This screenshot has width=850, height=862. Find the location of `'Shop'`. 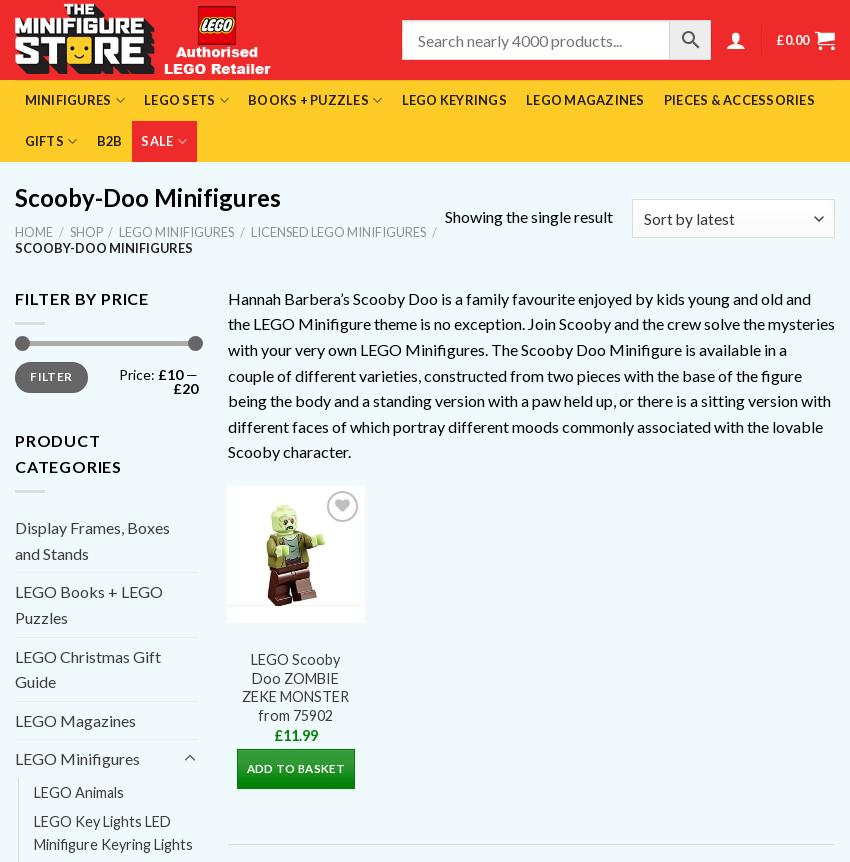

'Shop' is located at coordinates (85, 230).